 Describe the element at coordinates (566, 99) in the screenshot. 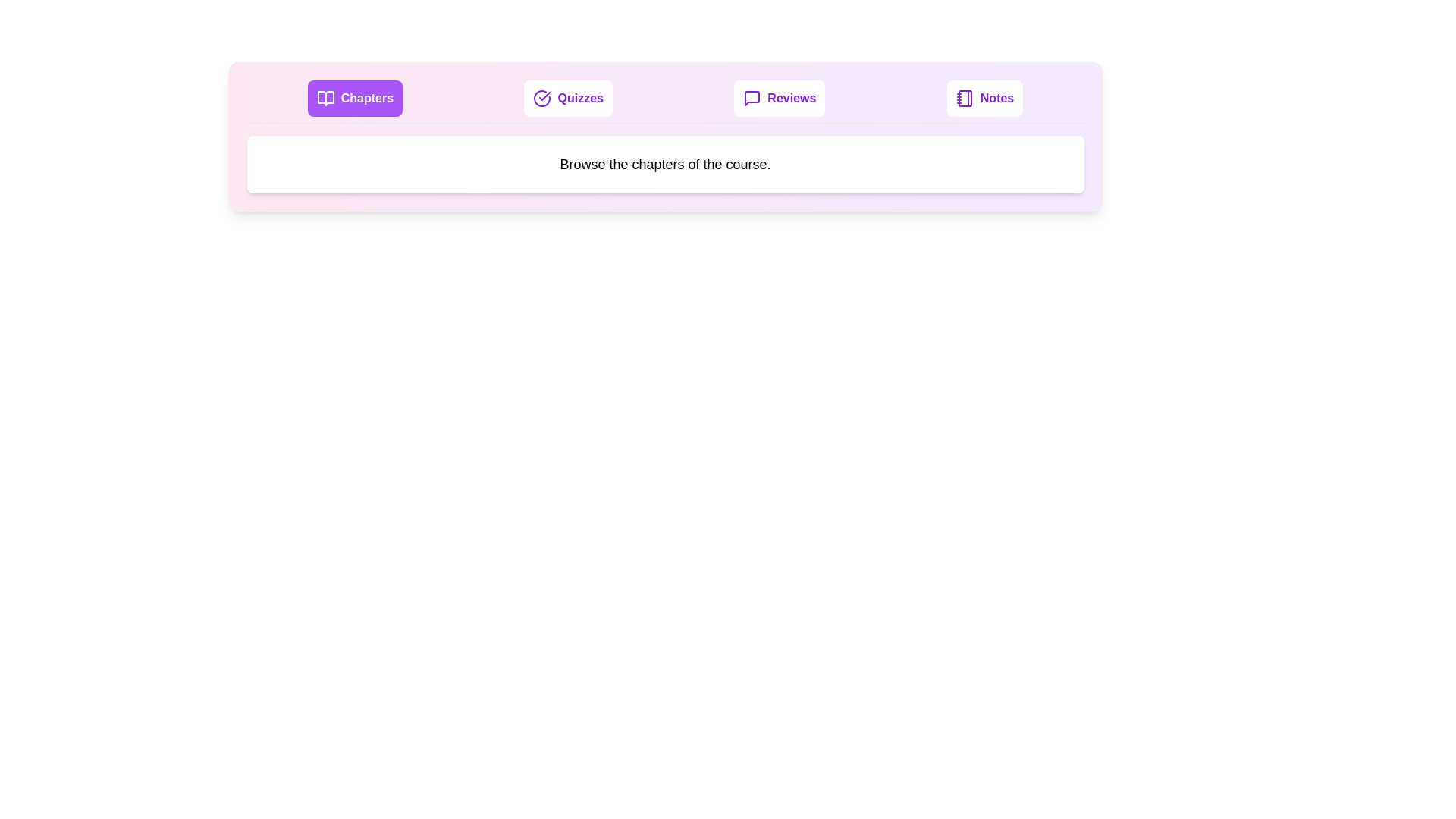

I see `the Quizzes tab` at that location.